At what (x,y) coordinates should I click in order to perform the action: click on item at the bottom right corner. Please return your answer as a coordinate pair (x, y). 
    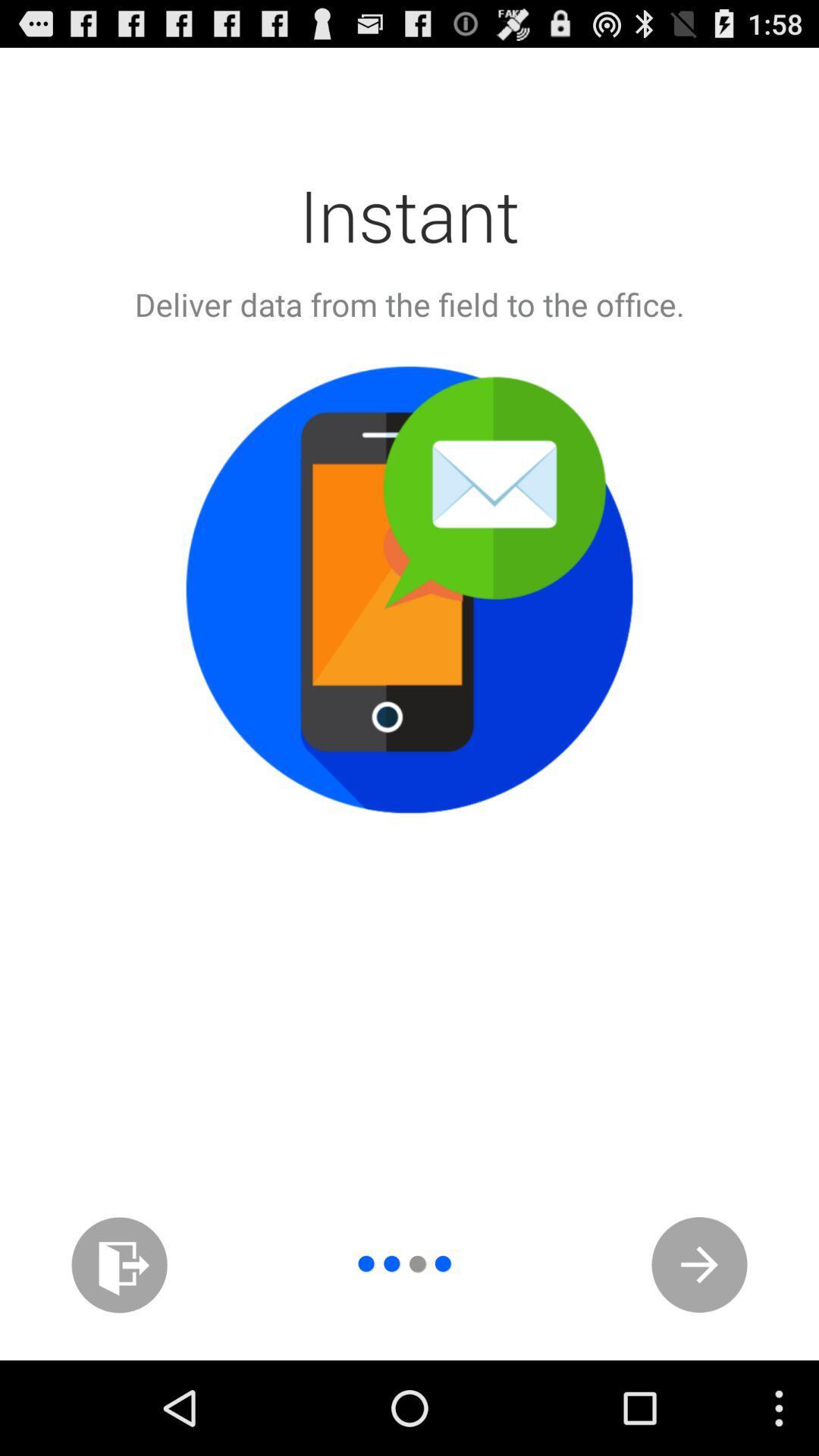
    Looking at the image, I should click on (699, 1265).